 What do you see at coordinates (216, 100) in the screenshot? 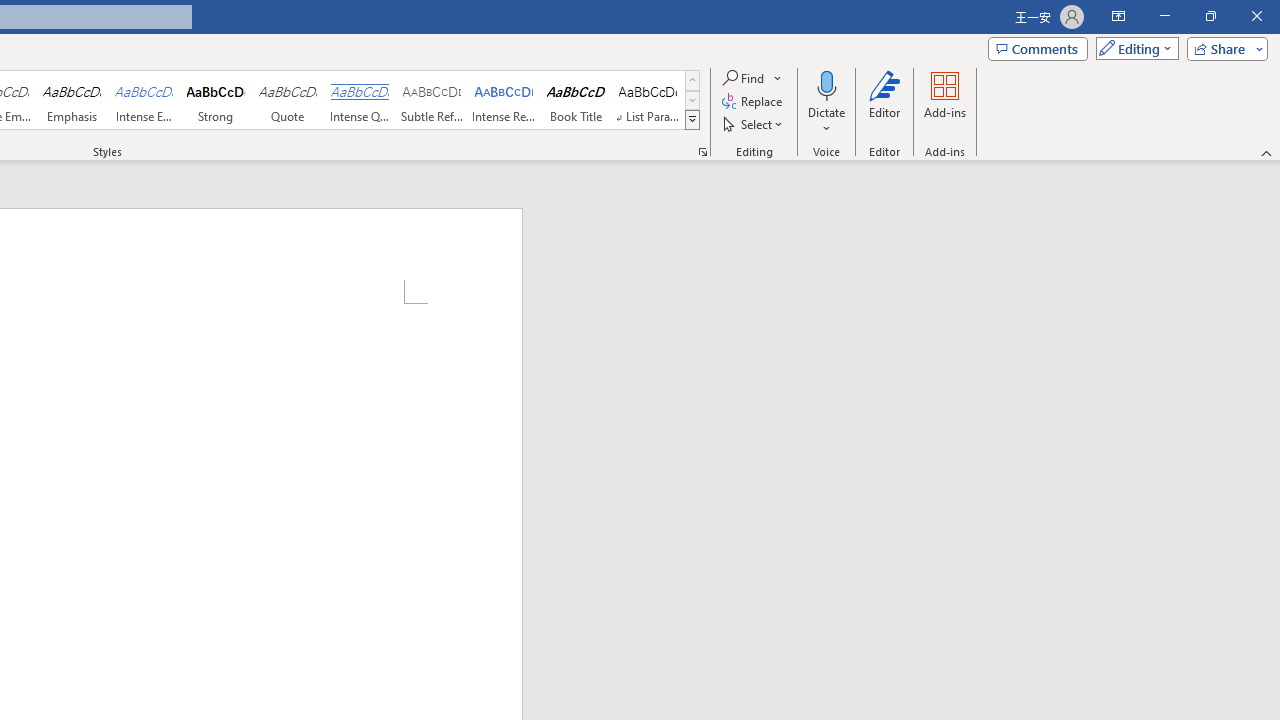
I see `'Strong'` at bounding box center [216, 100].